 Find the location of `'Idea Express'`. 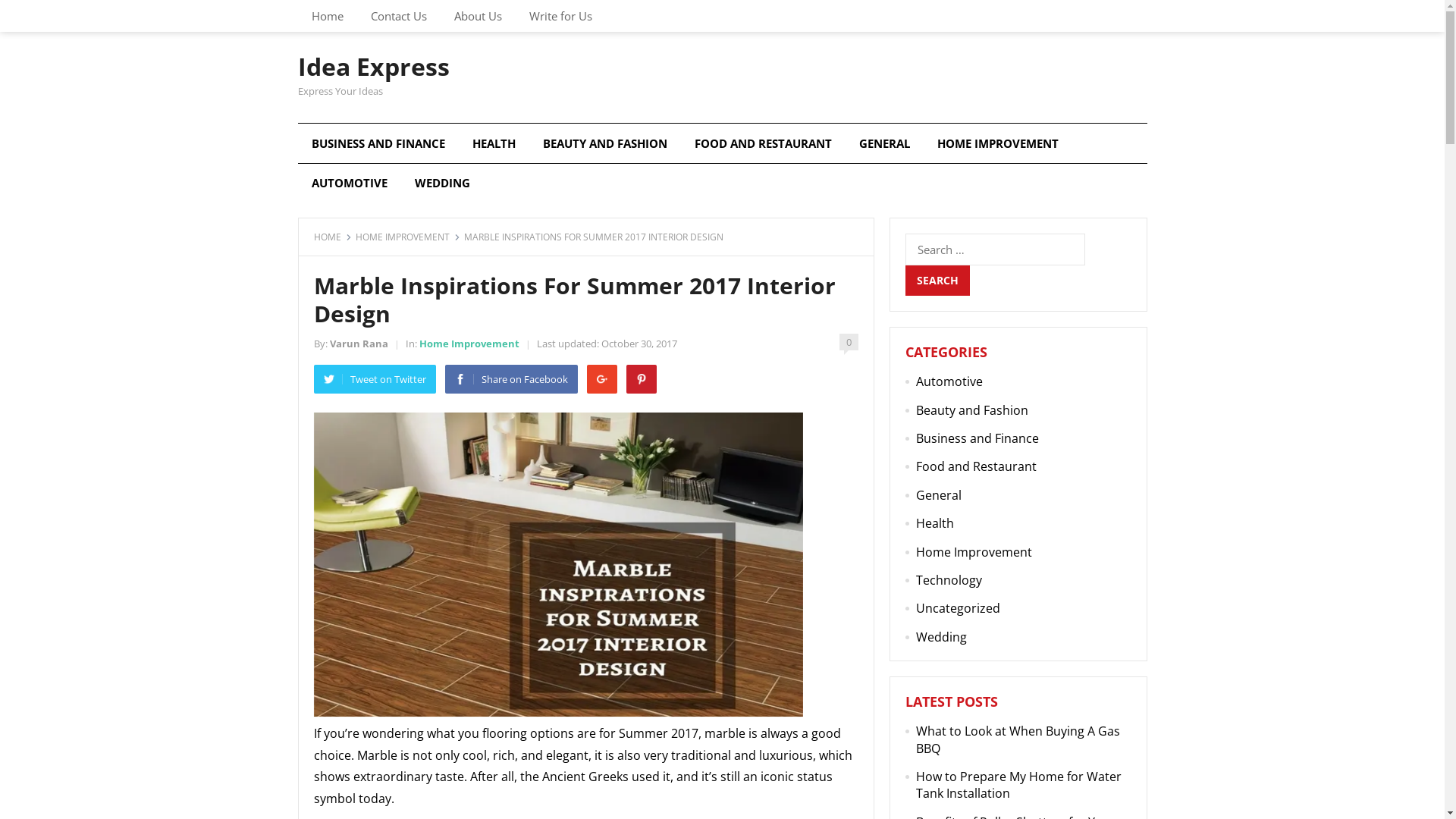

'Idea Express' is located at coordinates (372, 66).